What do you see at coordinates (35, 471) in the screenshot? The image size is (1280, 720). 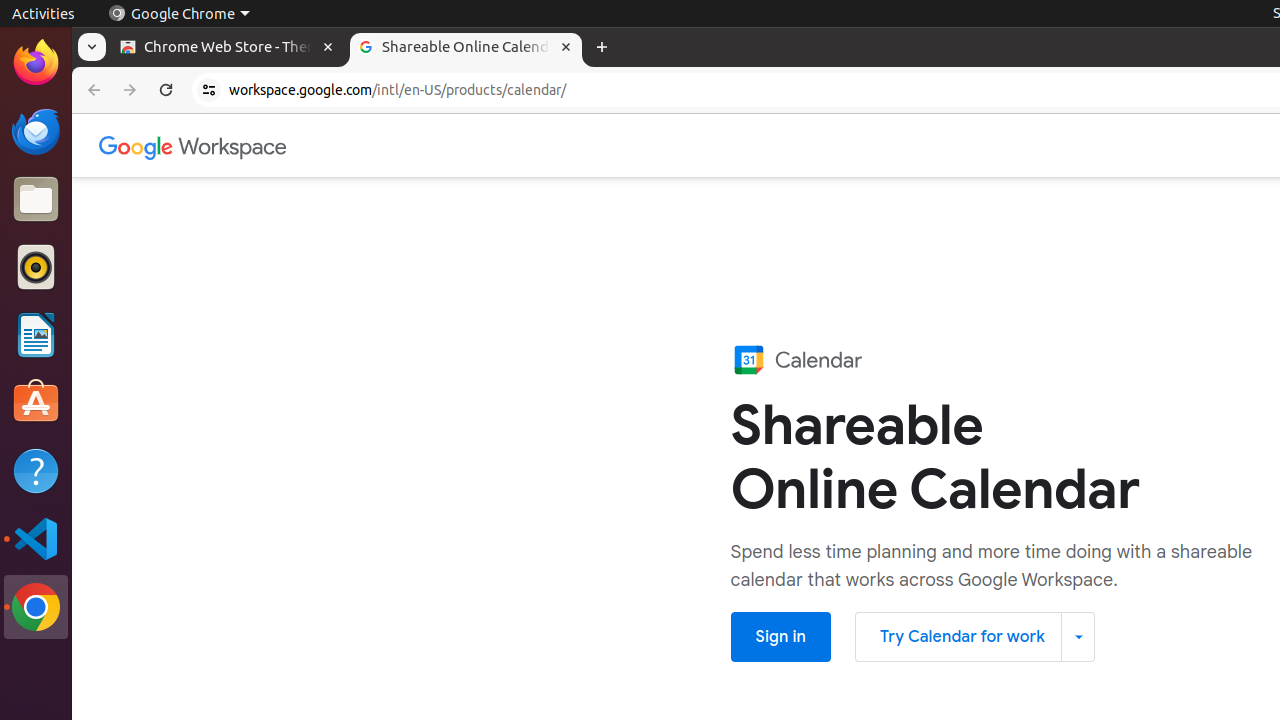 I see `'Help'` at bounding box center [35, 471].